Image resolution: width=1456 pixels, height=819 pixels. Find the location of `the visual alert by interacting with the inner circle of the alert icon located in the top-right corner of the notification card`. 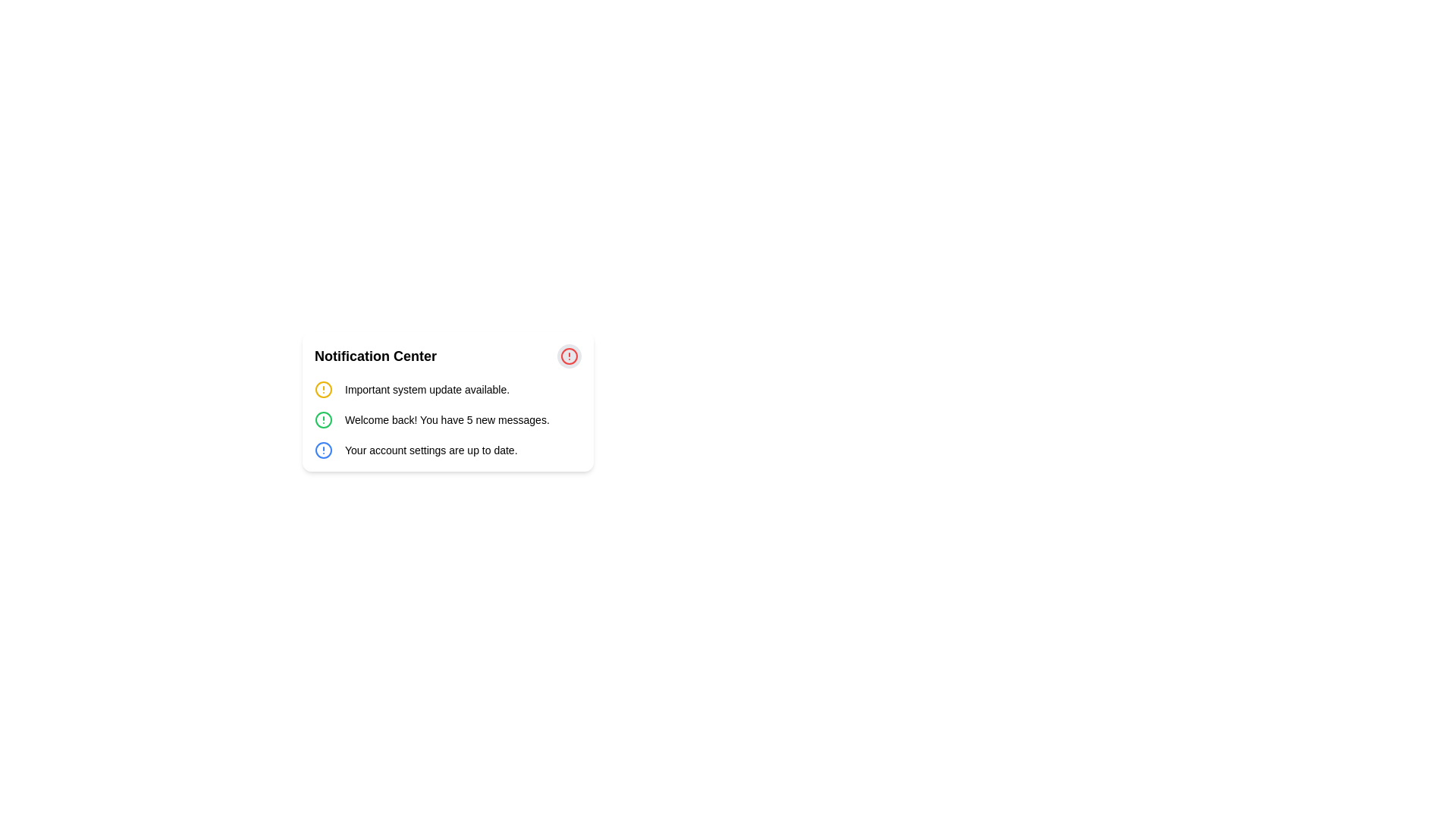

the visual alert by interacting with the inner circle of the alert icon located in the top-right corner of the notification card is located at coordinates (323, 420).